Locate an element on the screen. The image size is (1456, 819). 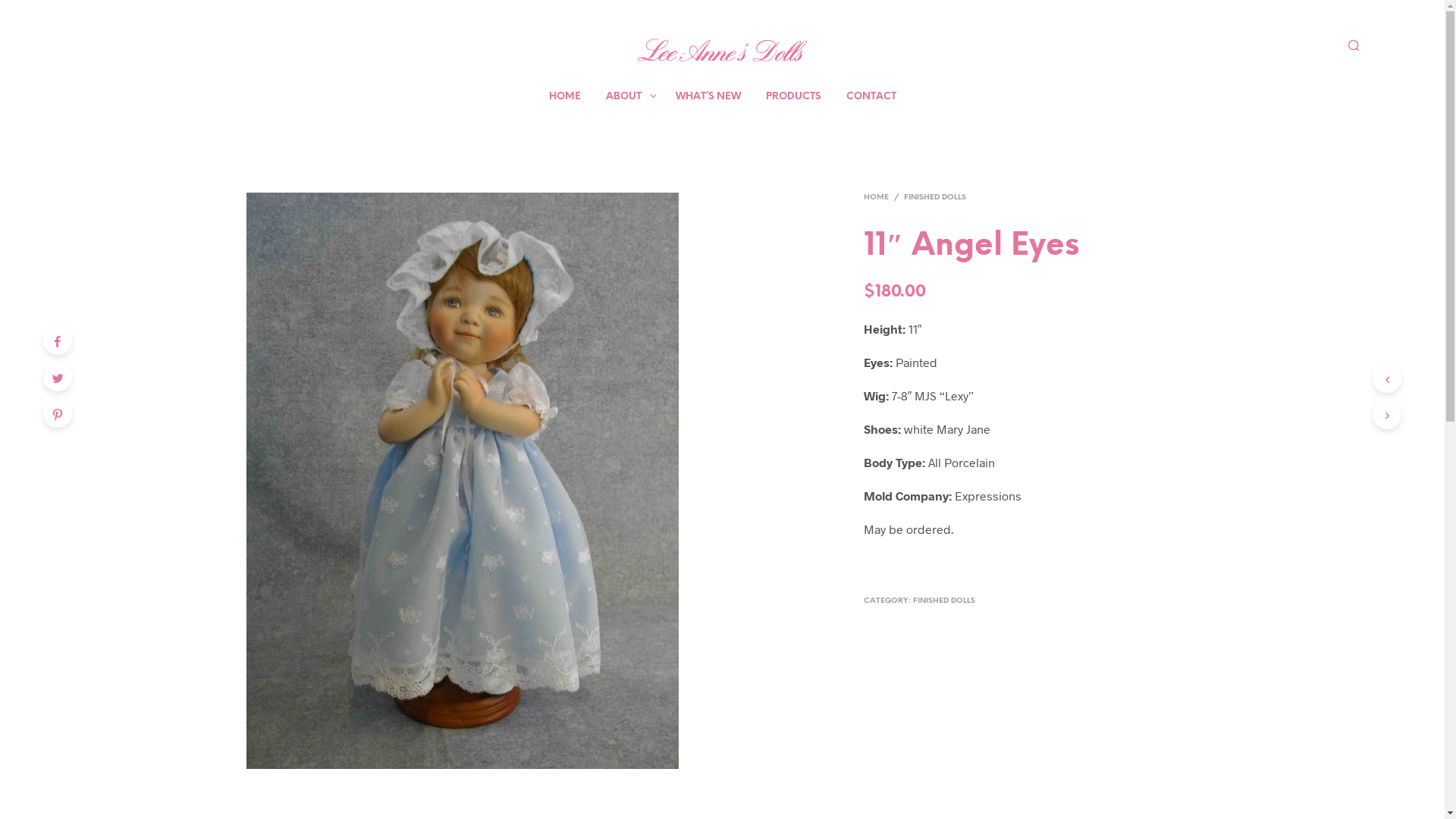
'HOME' is located at coordinates (537, 96).